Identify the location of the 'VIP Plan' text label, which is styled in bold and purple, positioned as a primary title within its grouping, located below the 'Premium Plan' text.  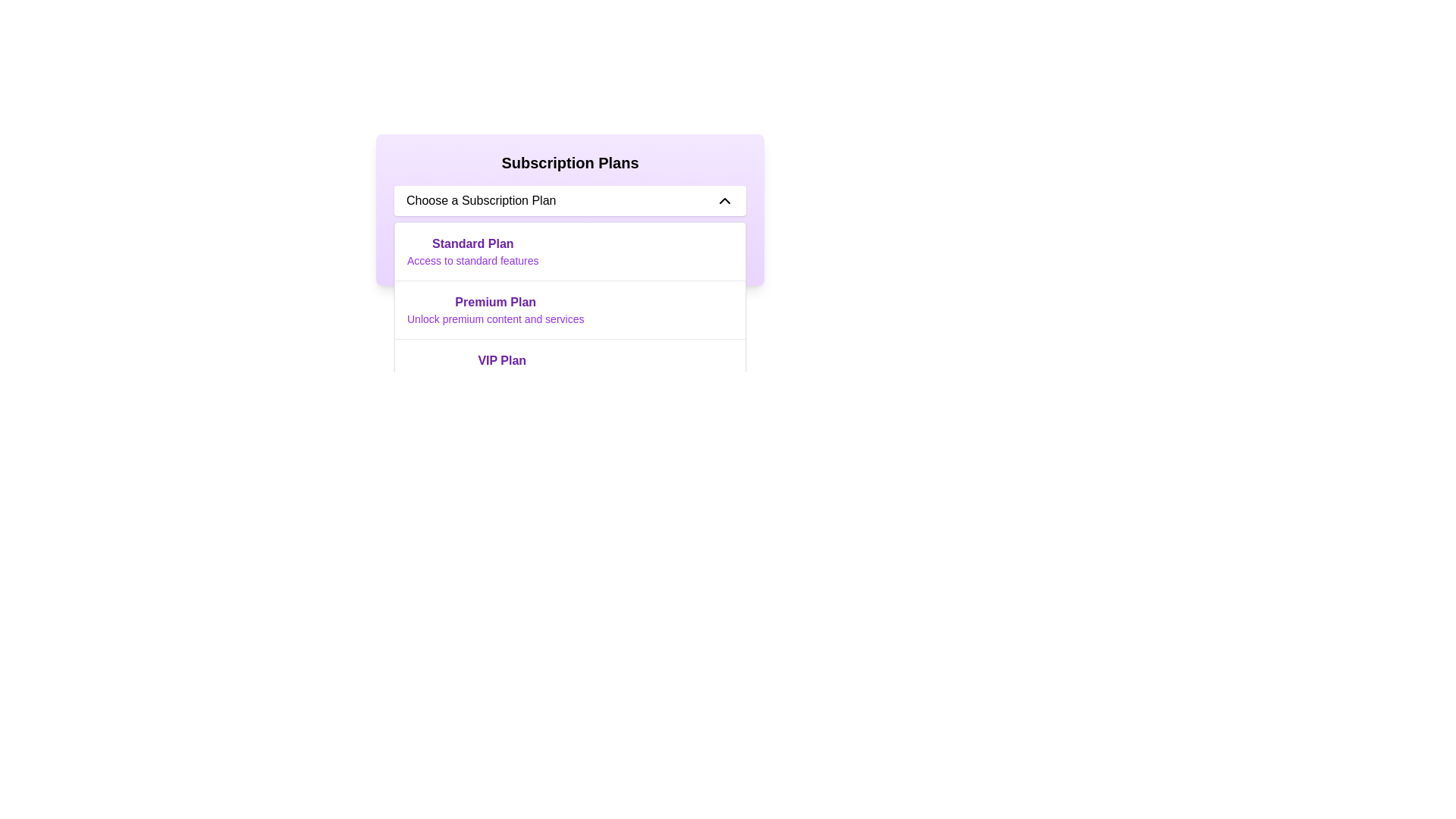
(502, 360).